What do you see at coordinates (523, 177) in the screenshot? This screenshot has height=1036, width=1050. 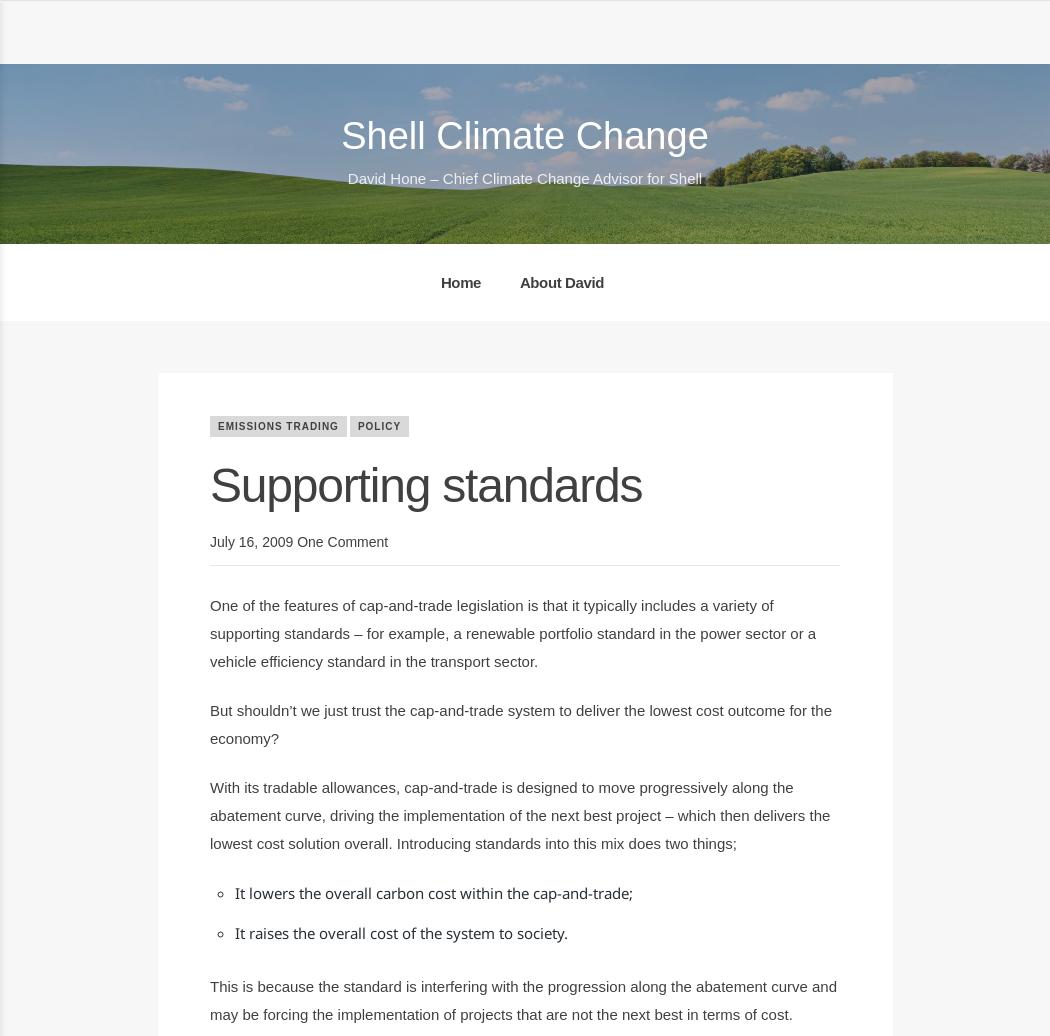 I see `'David Hone – Chief Climate Change Advisor for Shell'` at bounding box center [523, 177].